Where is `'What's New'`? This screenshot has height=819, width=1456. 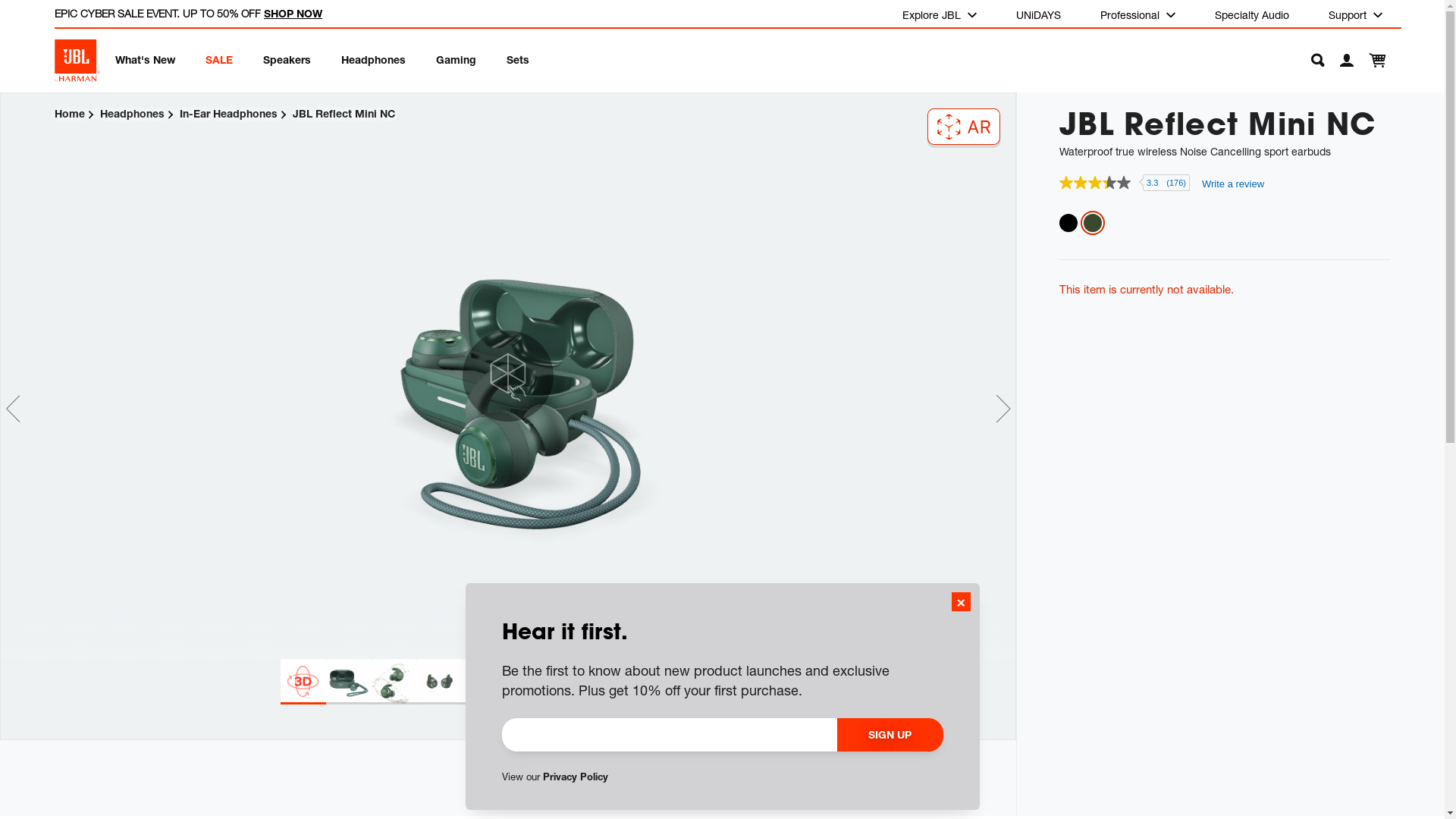
'What's New' is located at coordinates (145, 58).